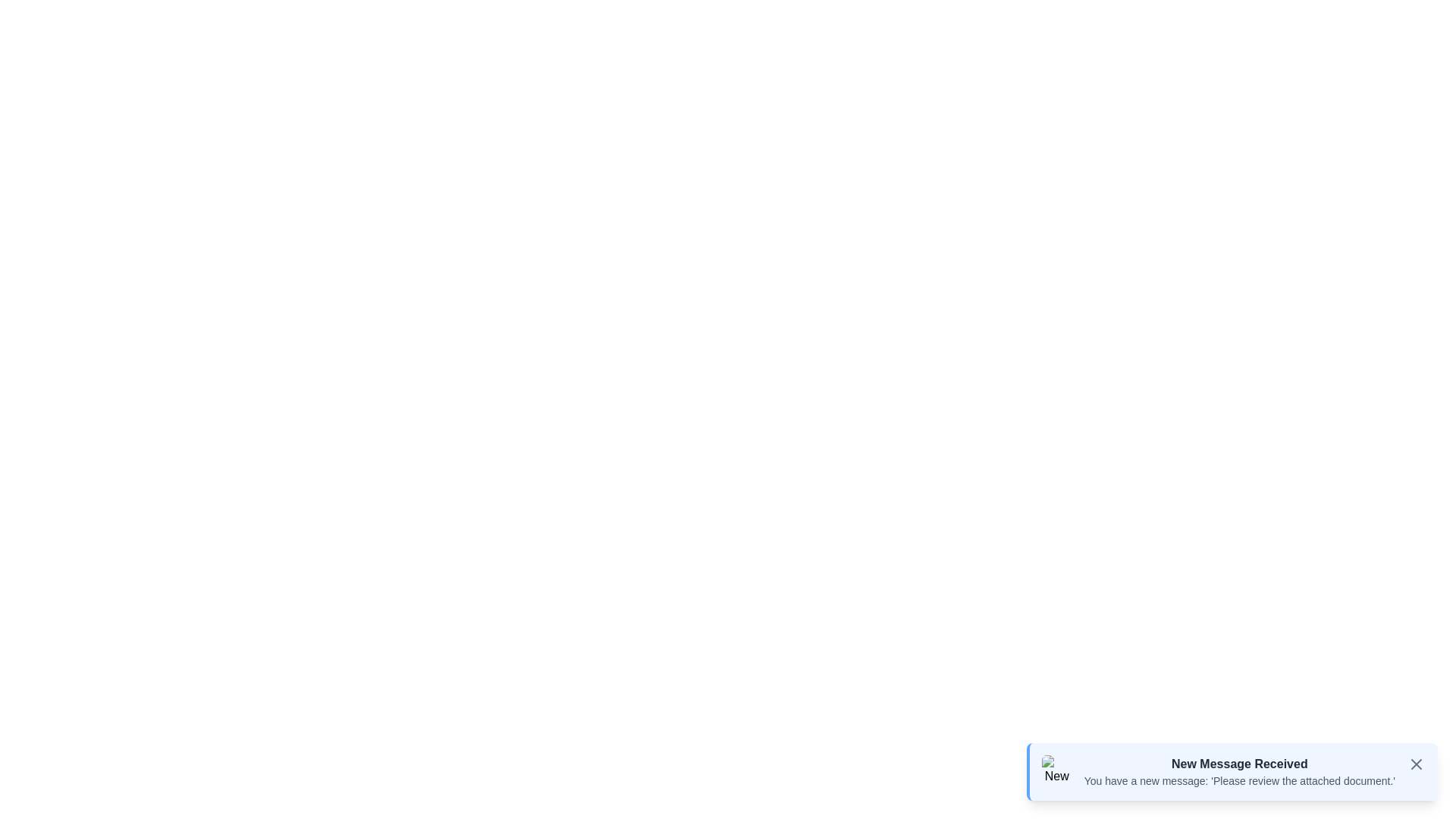  I want to click on the preview image to view it in detail, so click(1056, 770).